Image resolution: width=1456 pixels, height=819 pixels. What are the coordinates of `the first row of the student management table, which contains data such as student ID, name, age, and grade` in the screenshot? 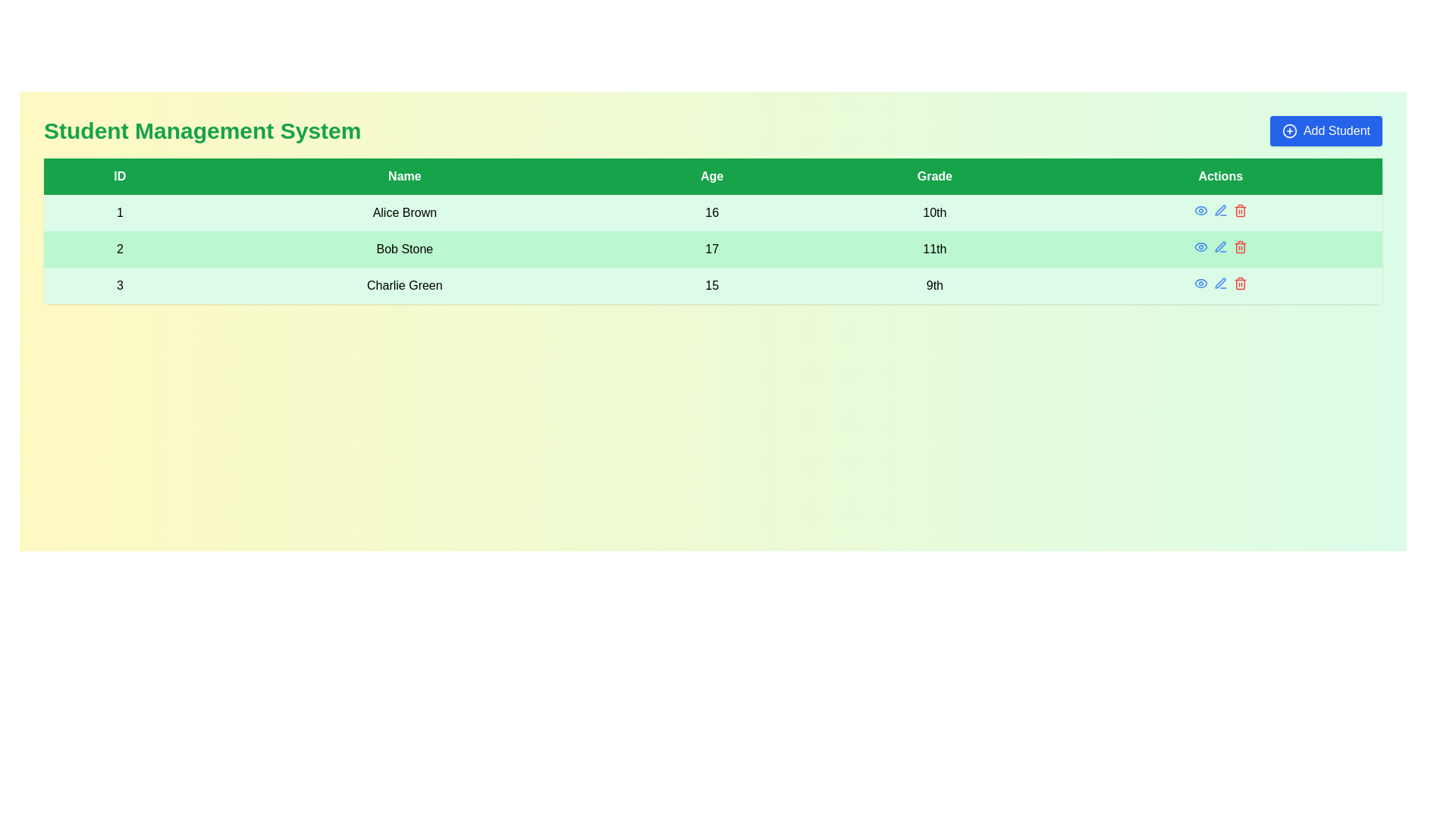 It's located at (712, 213).